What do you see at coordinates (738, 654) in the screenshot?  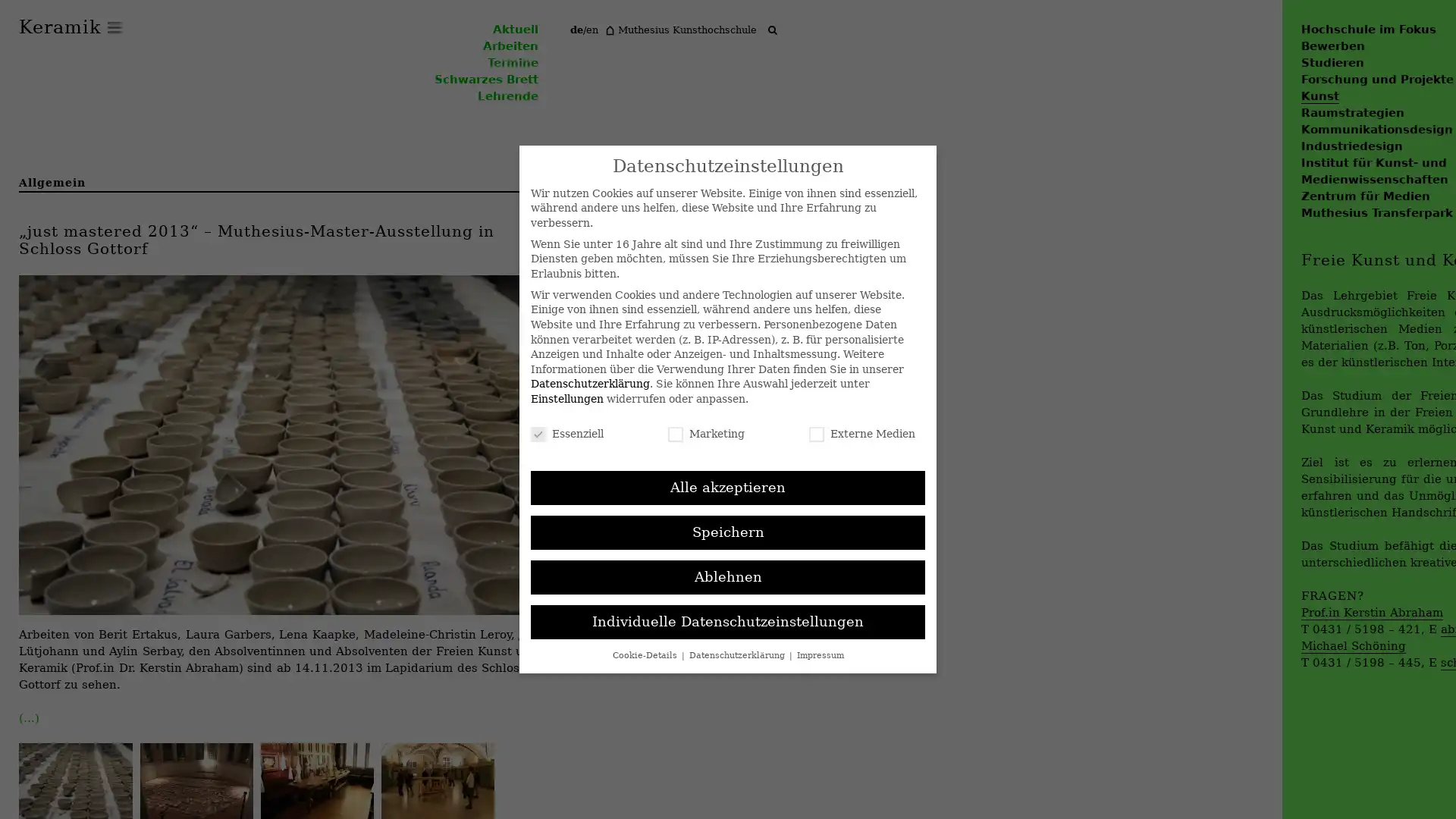 I see `Datenschutzerklarung` at bounding box center [738, 654].